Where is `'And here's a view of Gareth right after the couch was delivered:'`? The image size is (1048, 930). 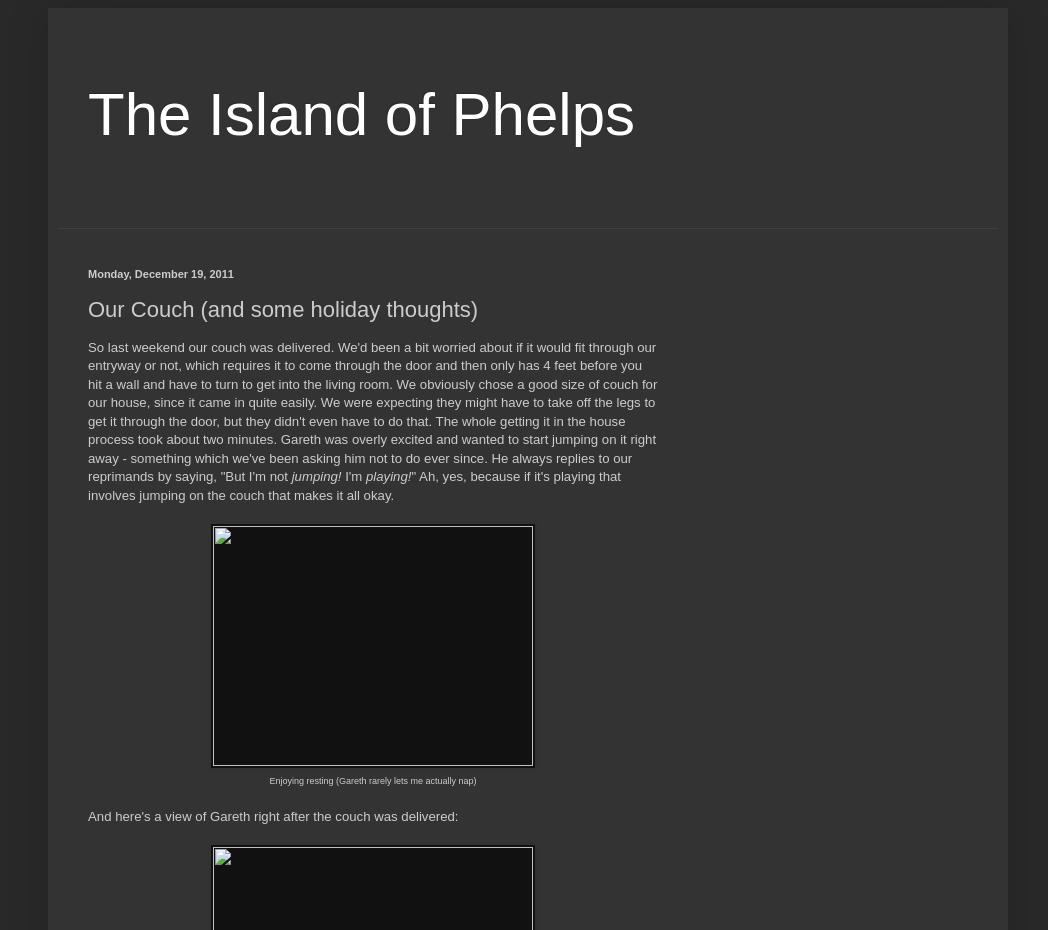 'And here's a view of Gareth right after the couch was delivered:' is located at coordinates (87, 815).